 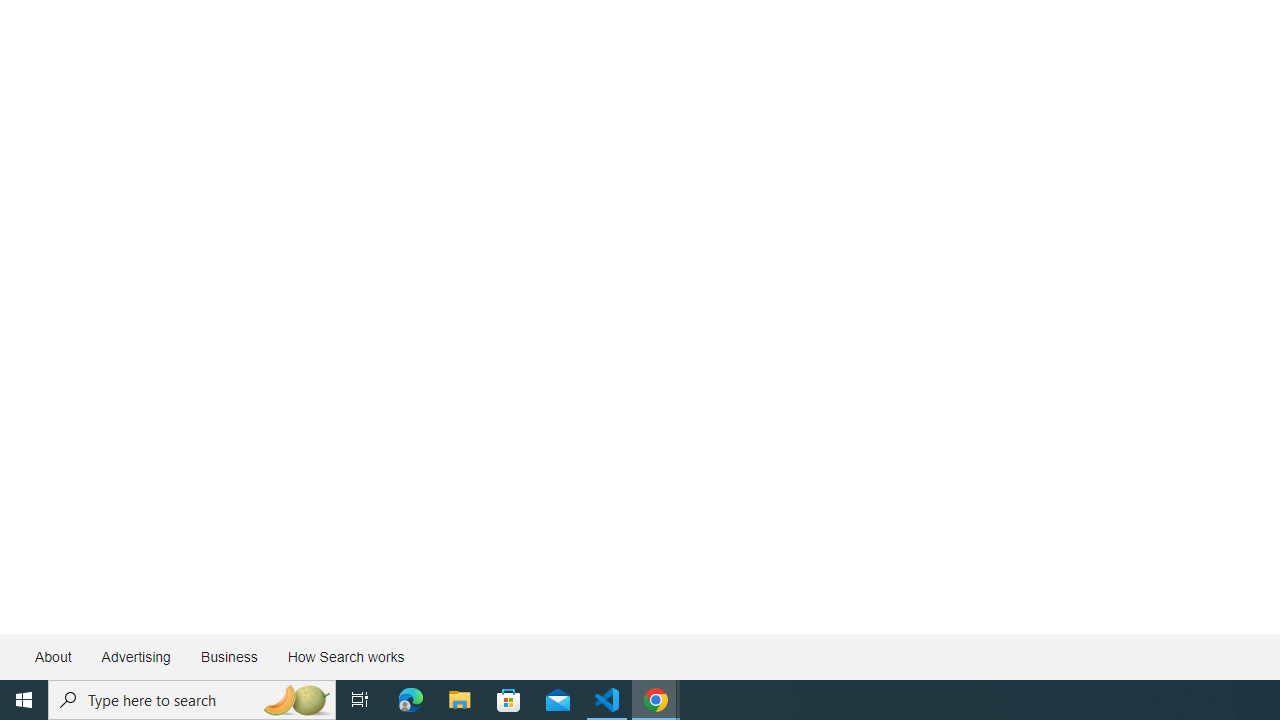 I want to click on 'About', so click(x=53, y=657).